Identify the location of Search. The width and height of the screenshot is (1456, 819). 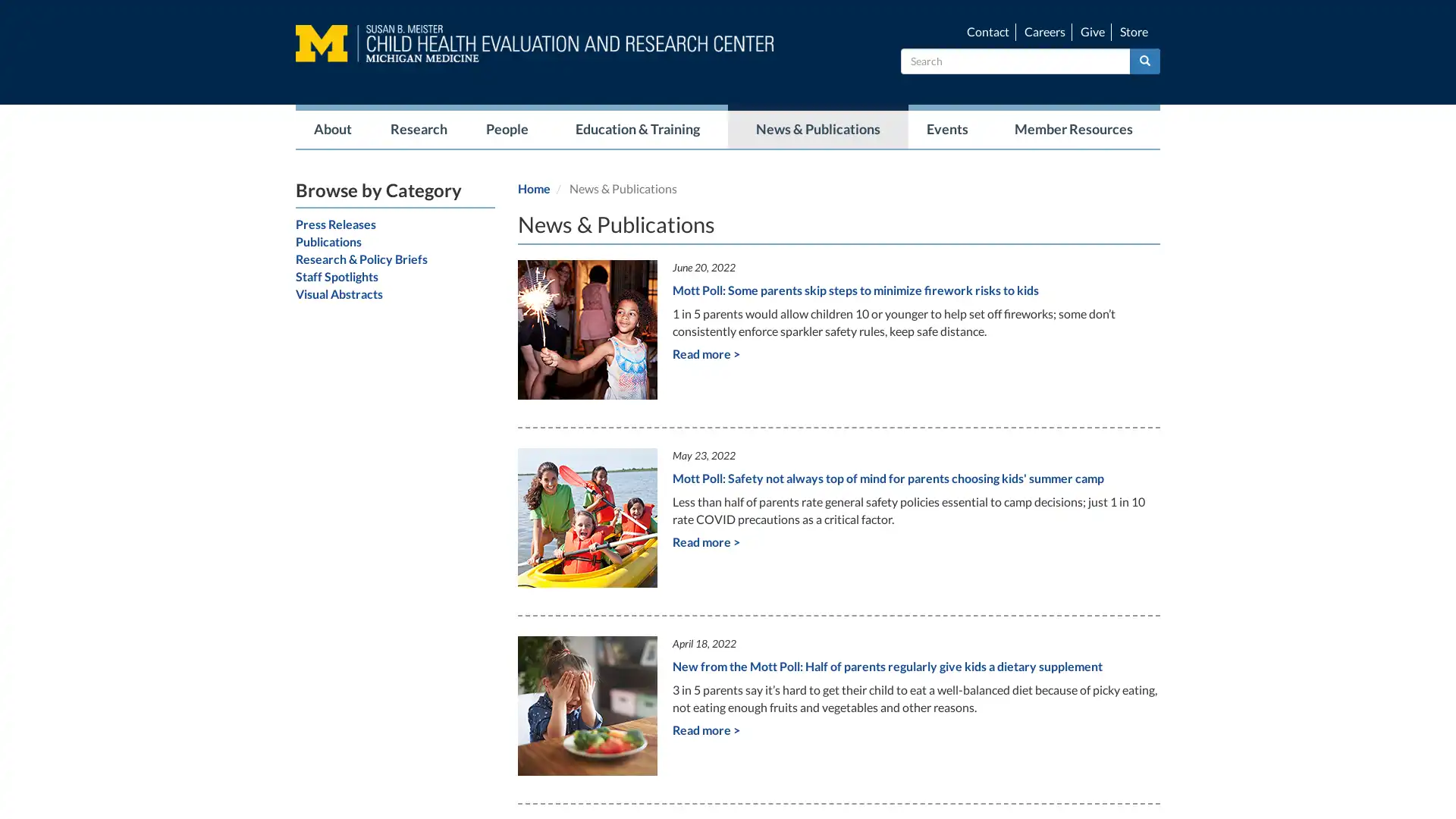
(1145, 60).